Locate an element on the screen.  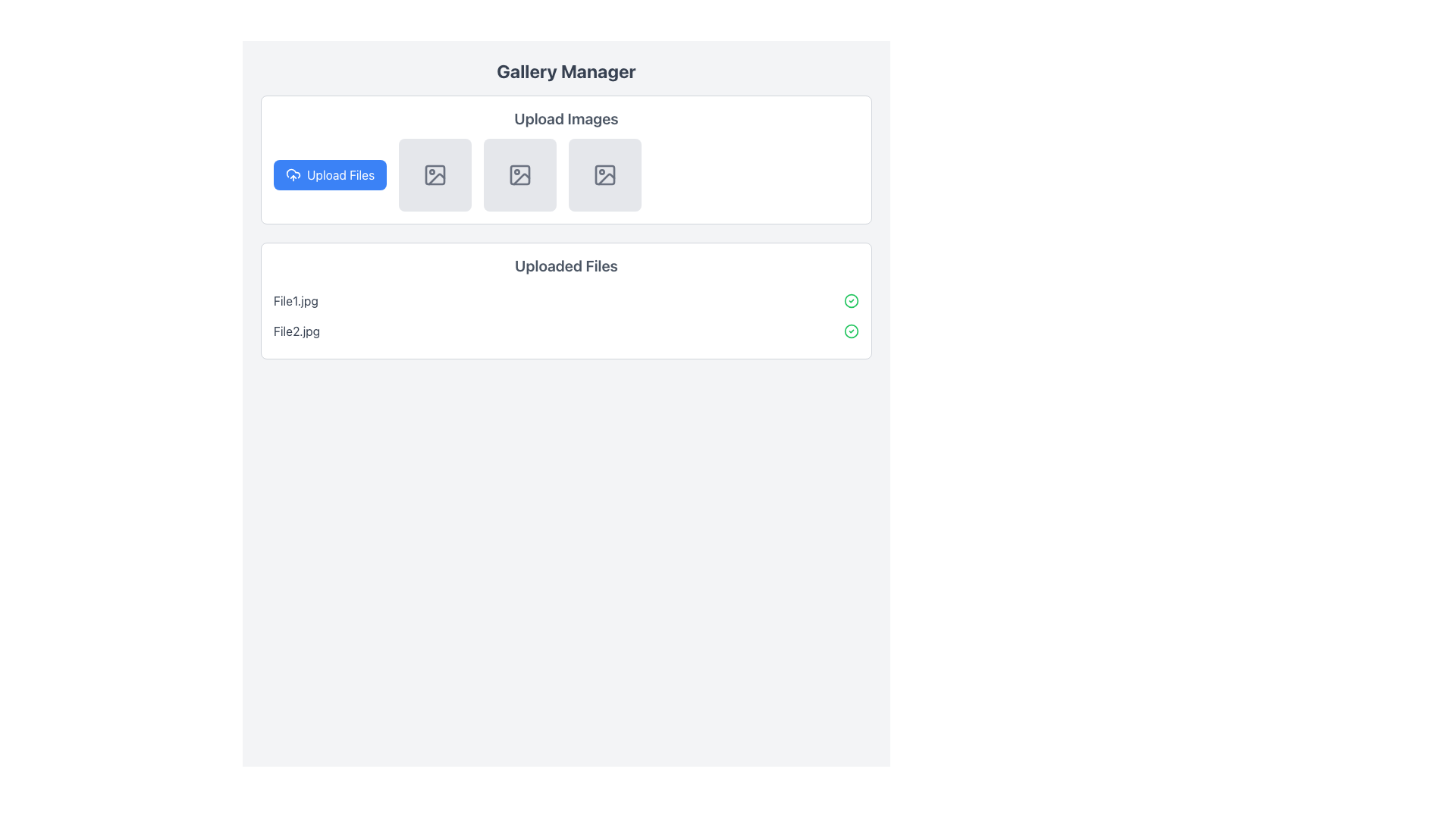
the circular decorative vector element that forms the base of the green check-mark icon located next to the 'File2.jpg' label in the Uploaded Files section is located at coordinates (852, 301).